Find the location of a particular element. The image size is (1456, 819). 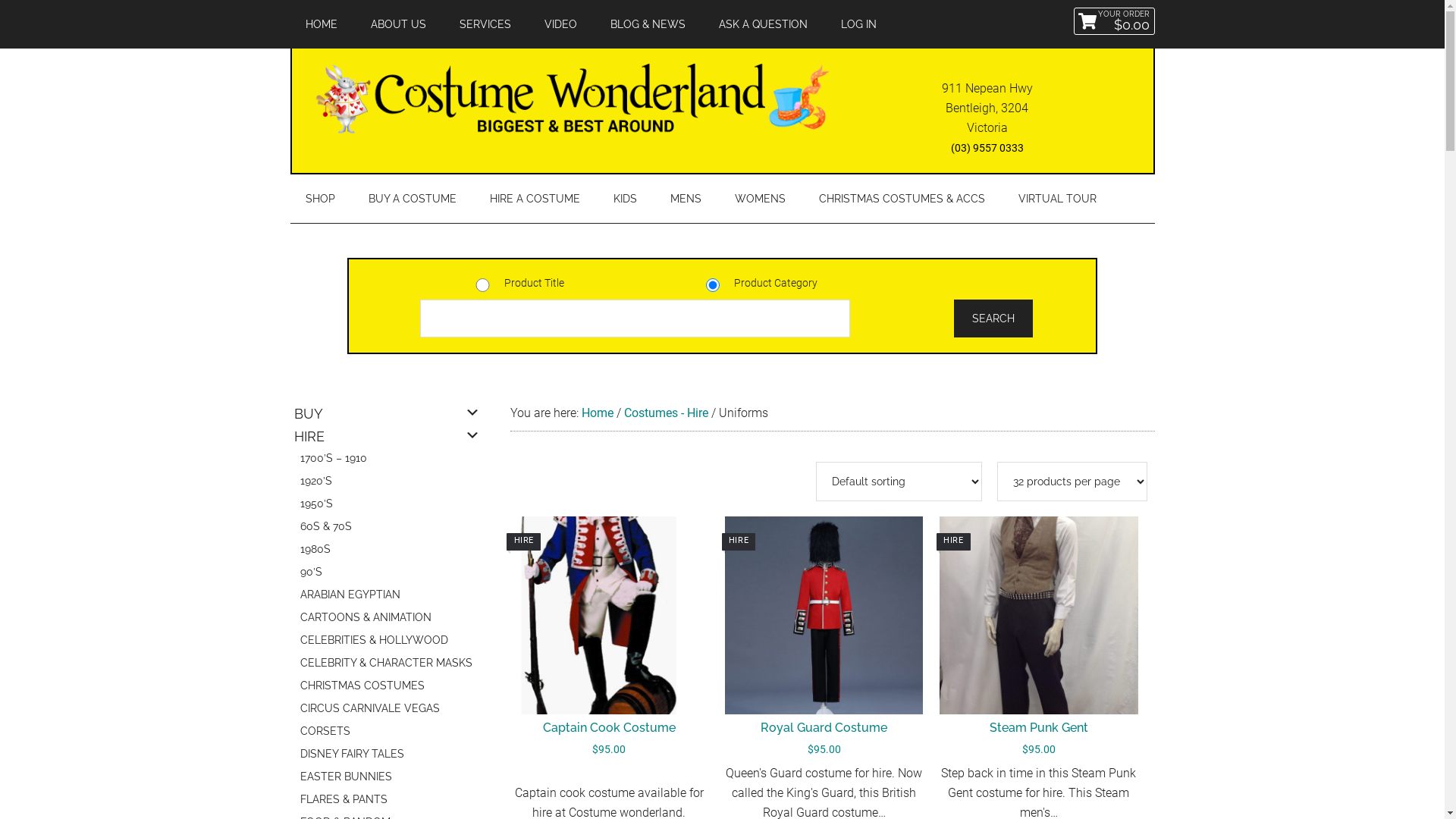

'CHRISTMAS COSTUMES & ACCS' is located at coordinates (902, 198).